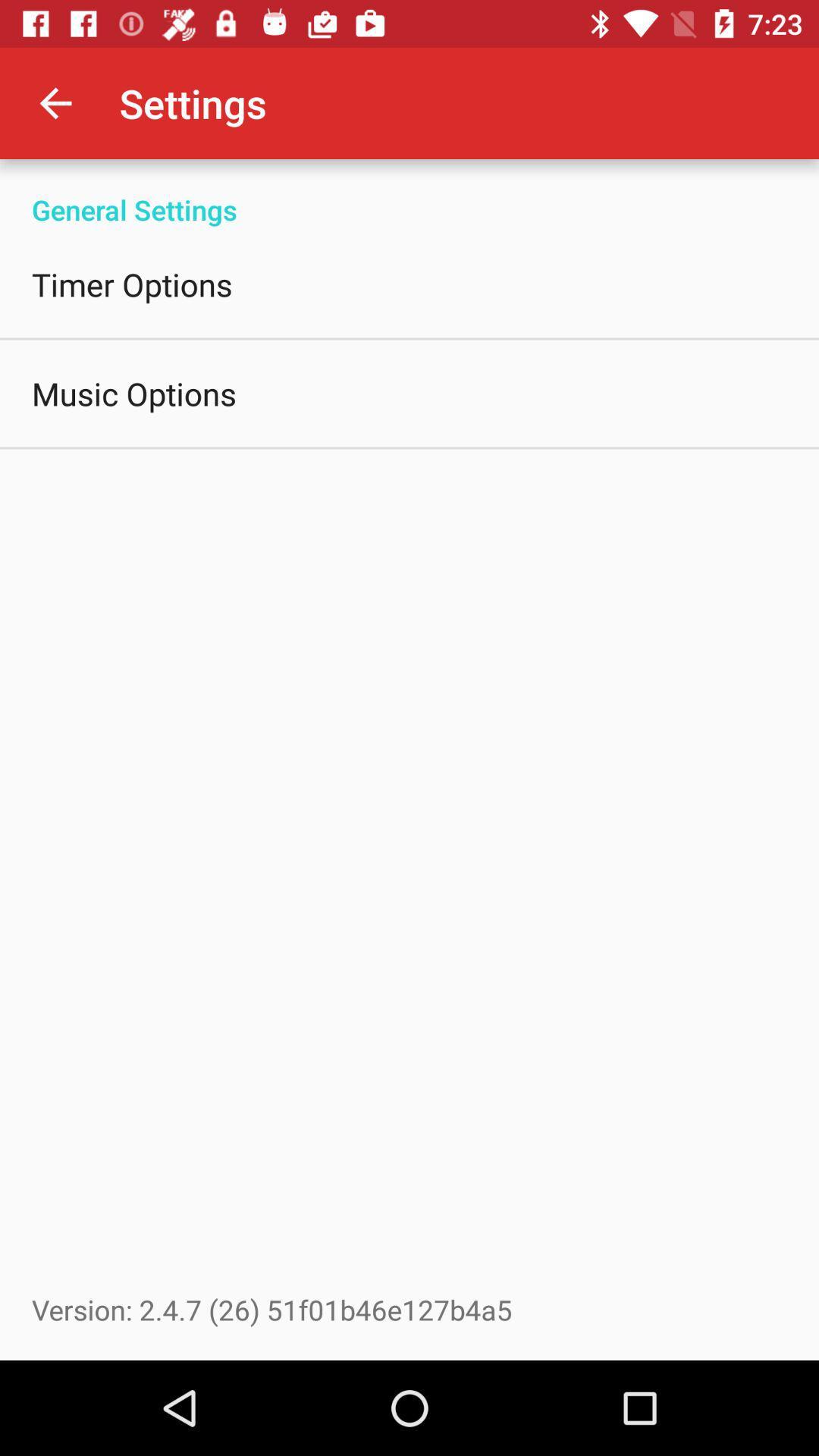 This screenshot has width=819, height=1456. What do you see at coordinates (131, 284) in the screenshot?
I see `the timer options` at bounding box center [131, 284].